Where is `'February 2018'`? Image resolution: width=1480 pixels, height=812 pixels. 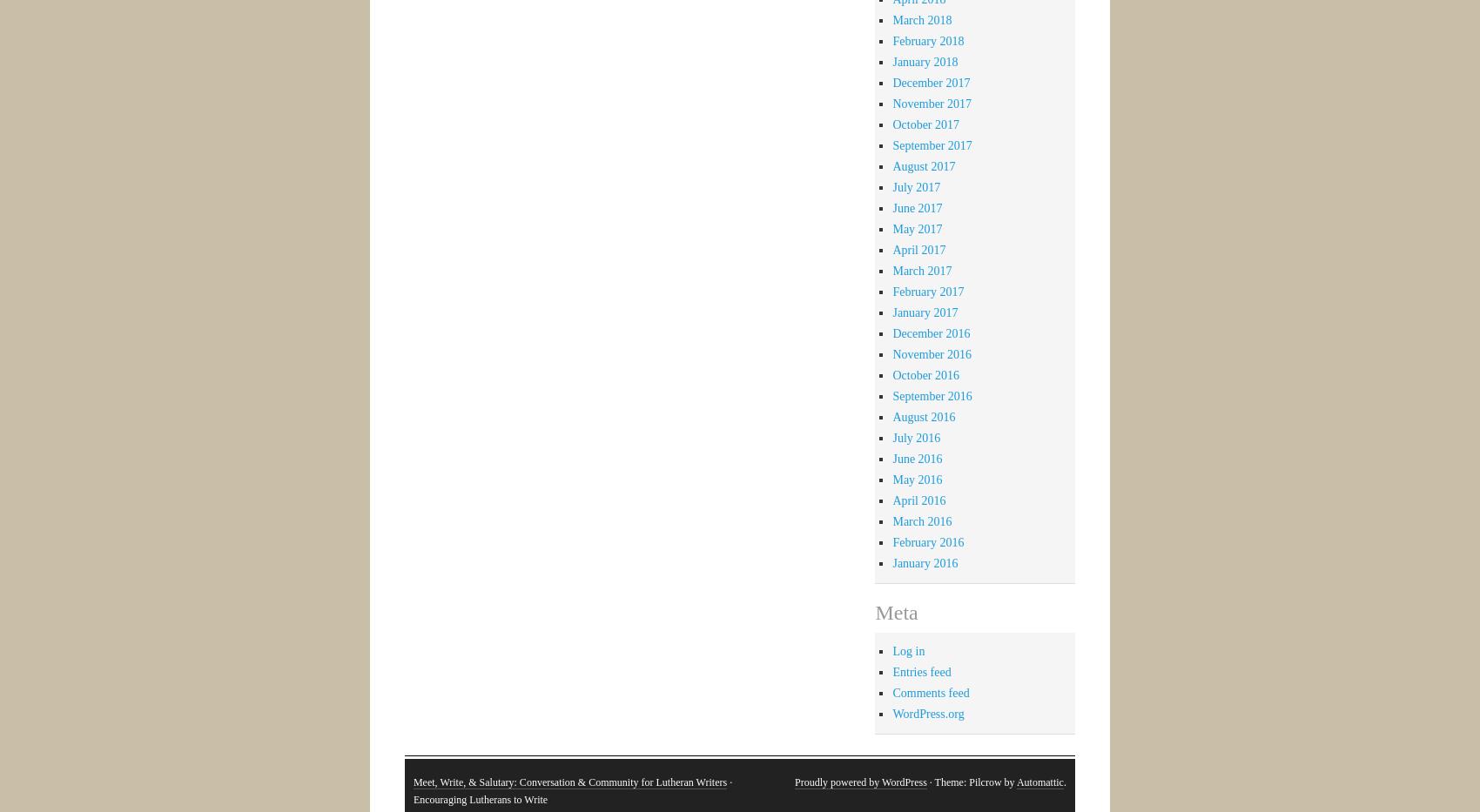 'February 2018' is located at coordinates (928, 39).